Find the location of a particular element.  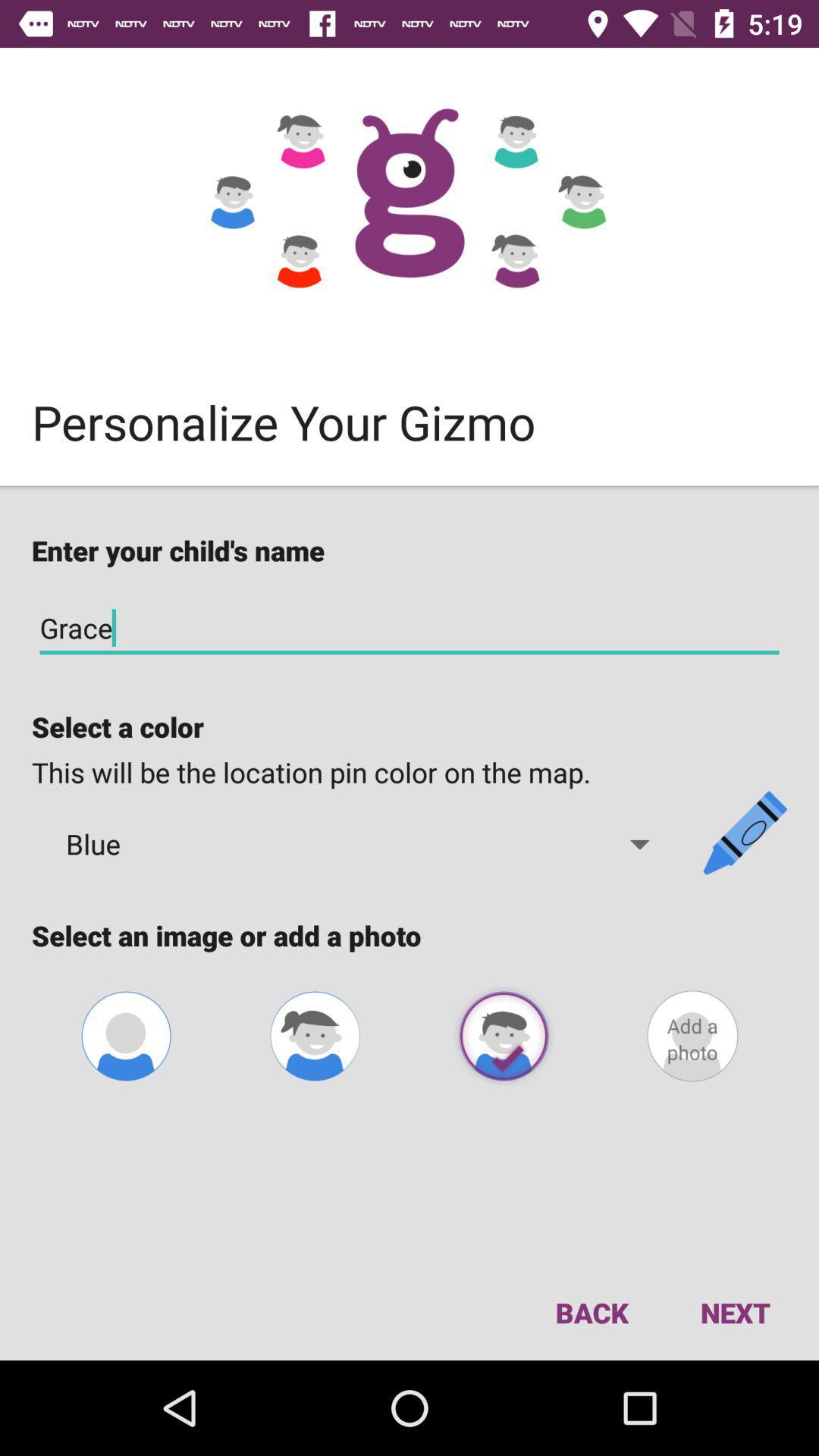

input the photo page is located at coordinates (692, 1035).